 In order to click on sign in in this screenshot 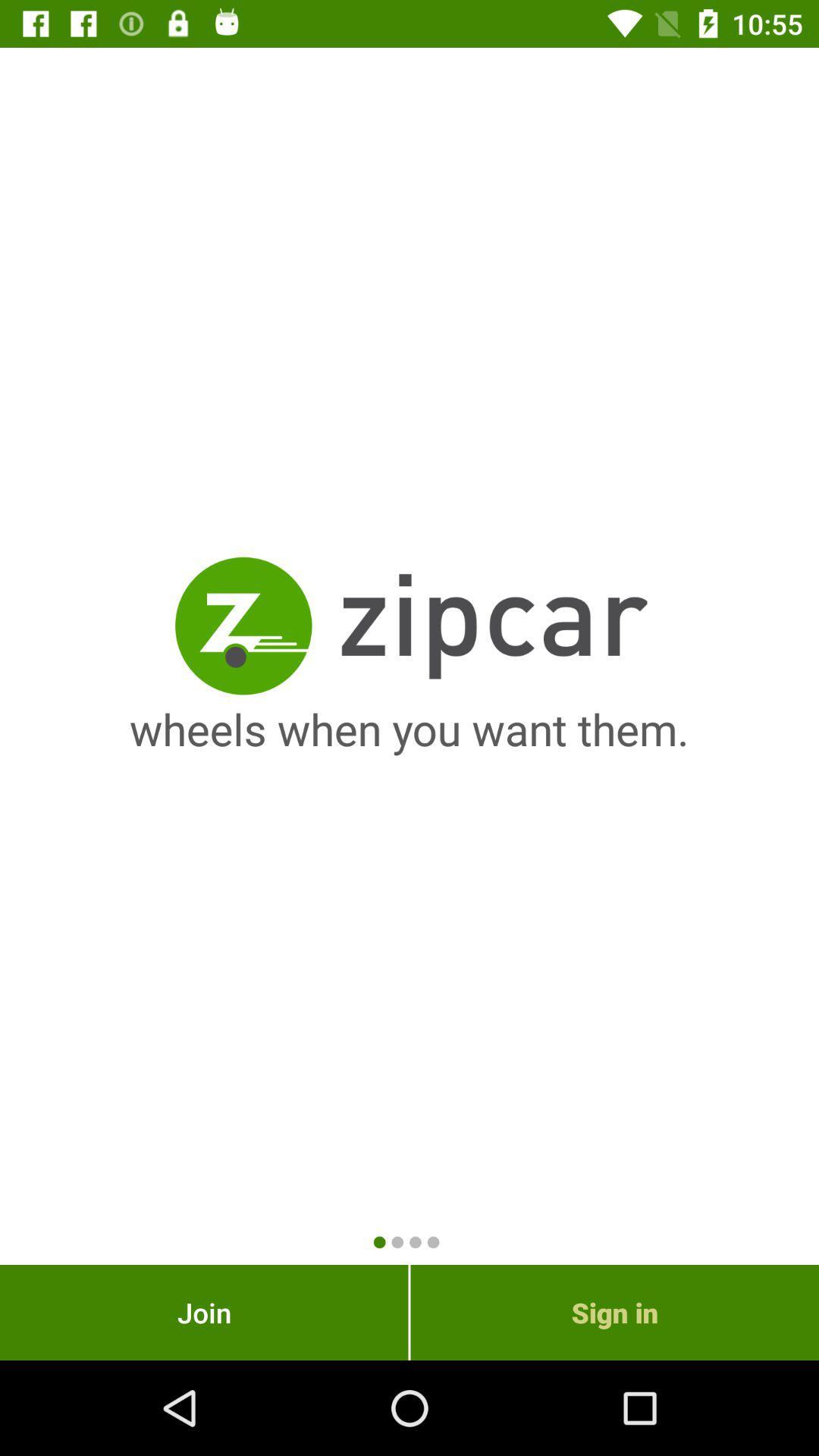, I will do `click(614, 1312)`.